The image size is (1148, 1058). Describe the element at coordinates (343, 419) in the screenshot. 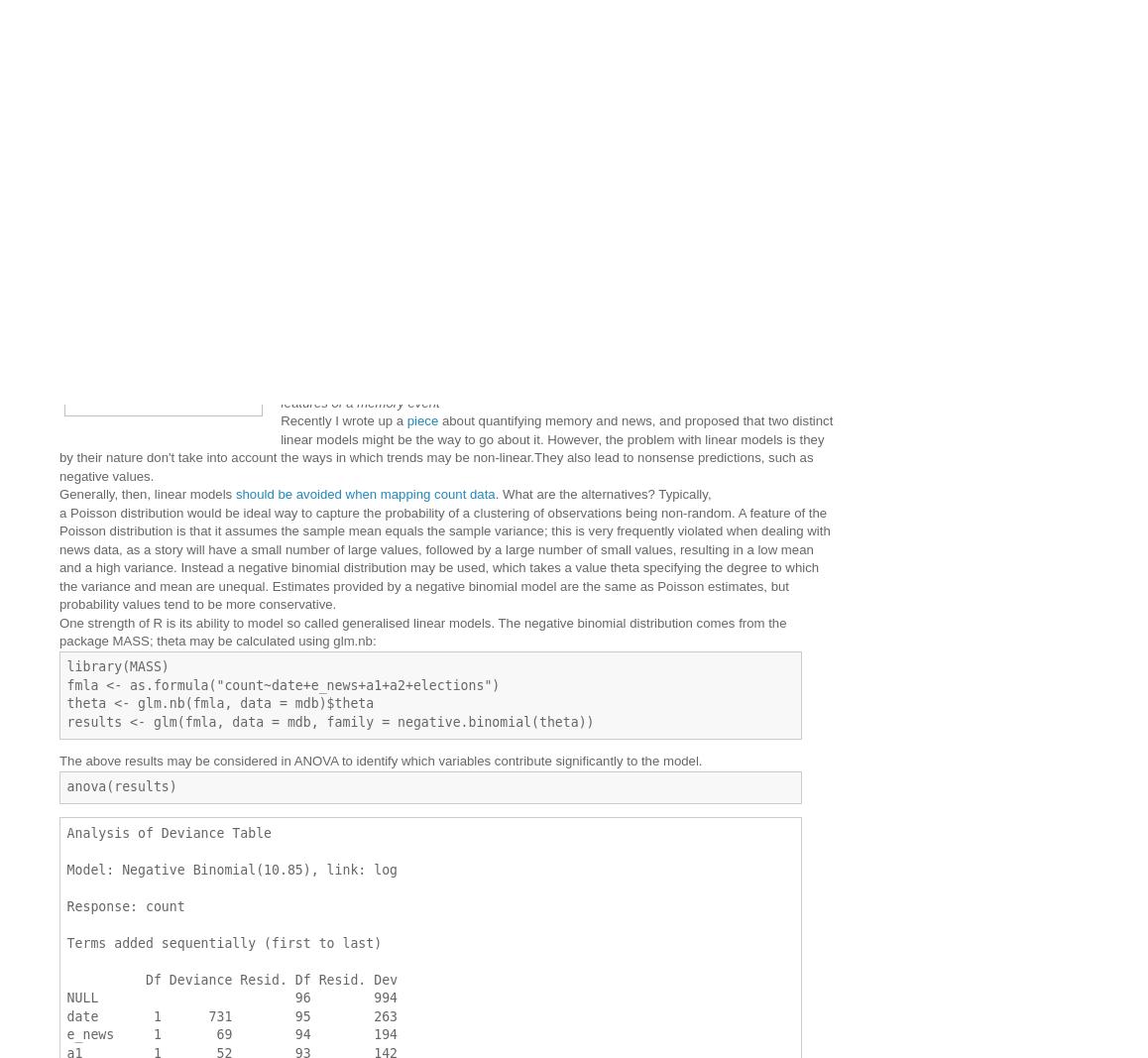

I see `'Recently I wrote up a'` at that location.